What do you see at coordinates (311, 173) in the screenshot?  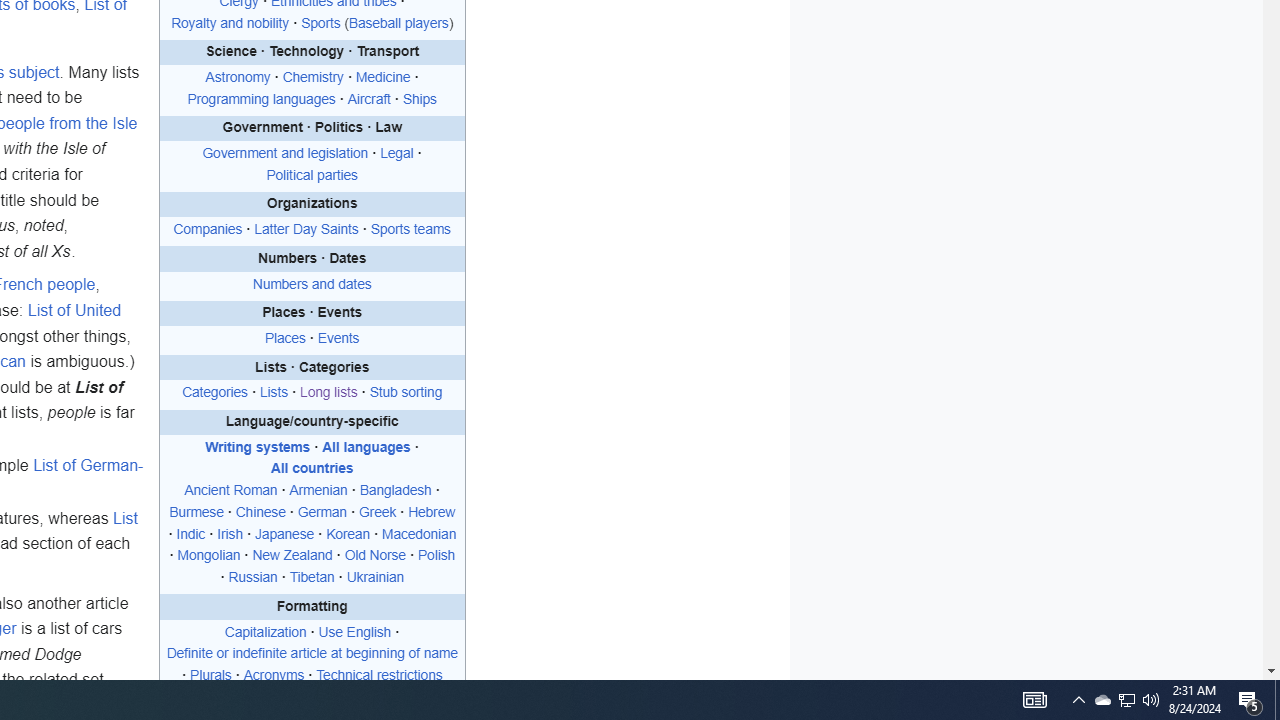 I see `'Political parties'` at bounding box center [311, 173].